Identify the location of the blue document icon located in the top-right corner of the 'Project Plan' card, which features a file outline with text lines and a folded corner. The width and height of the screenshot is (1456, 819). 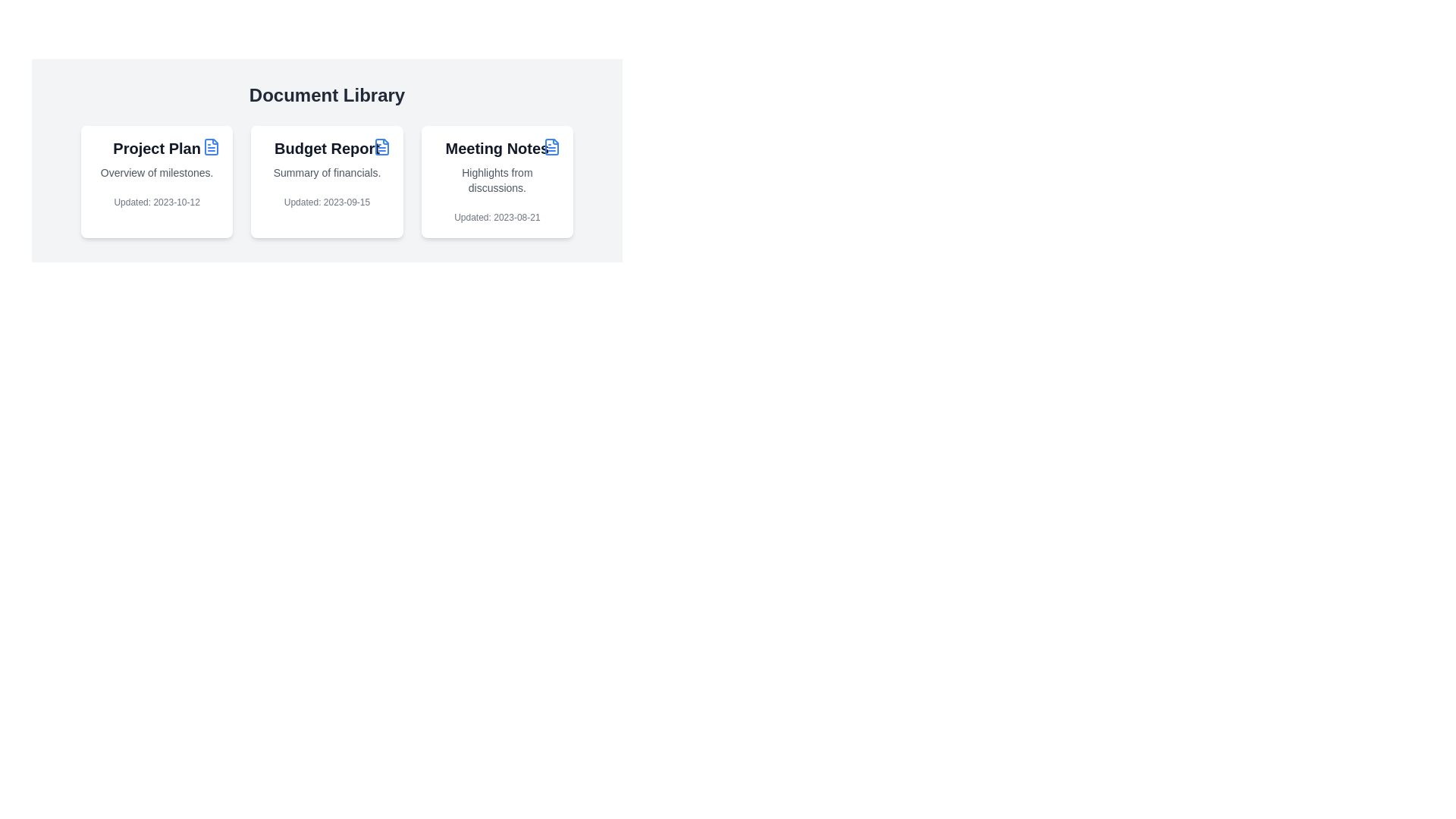
(211, 146).